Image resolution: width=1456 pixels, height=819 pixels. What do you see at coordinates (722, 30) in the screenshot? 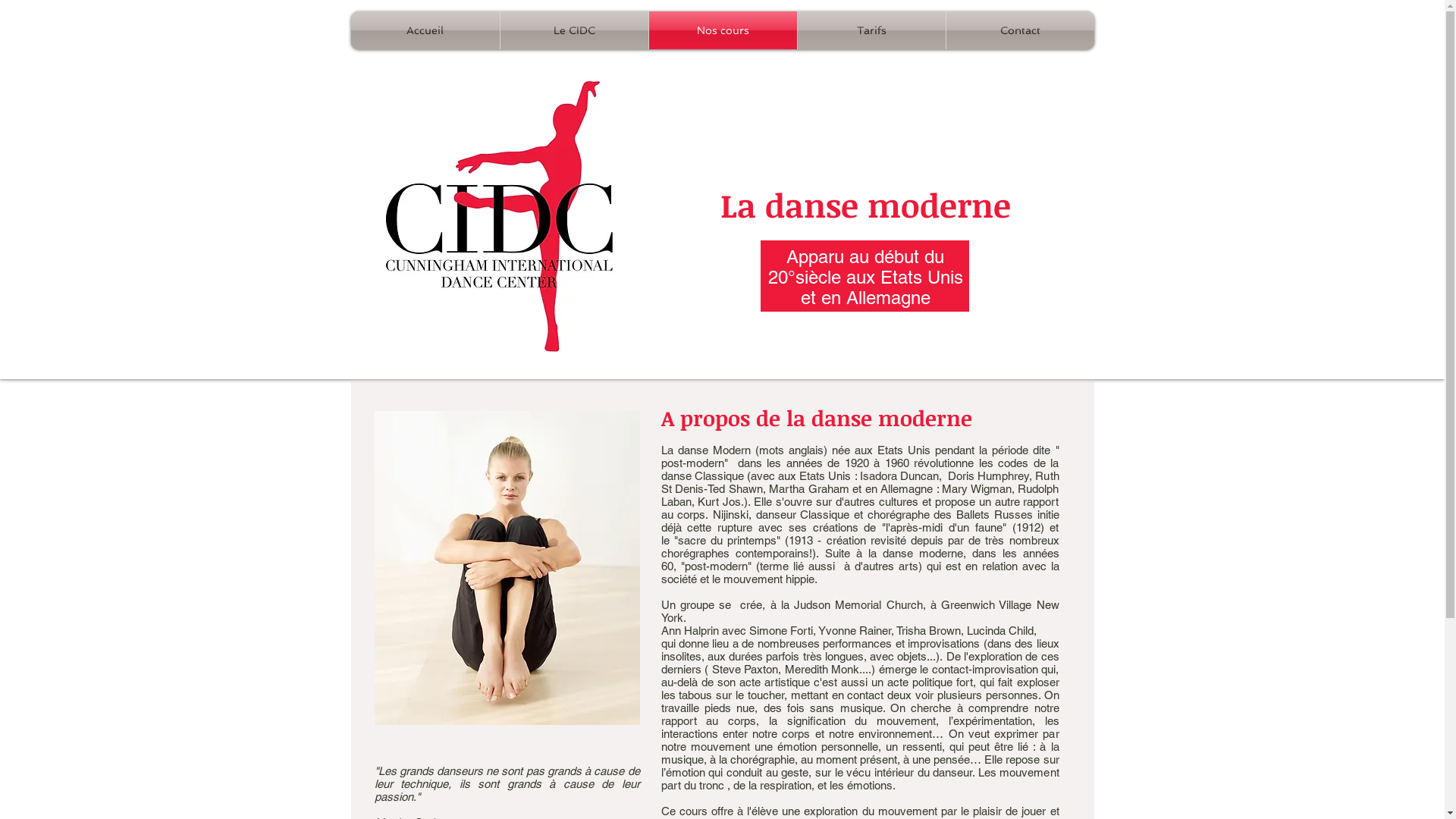
I see `'Nos cours'` at bounding box center [722, 30].